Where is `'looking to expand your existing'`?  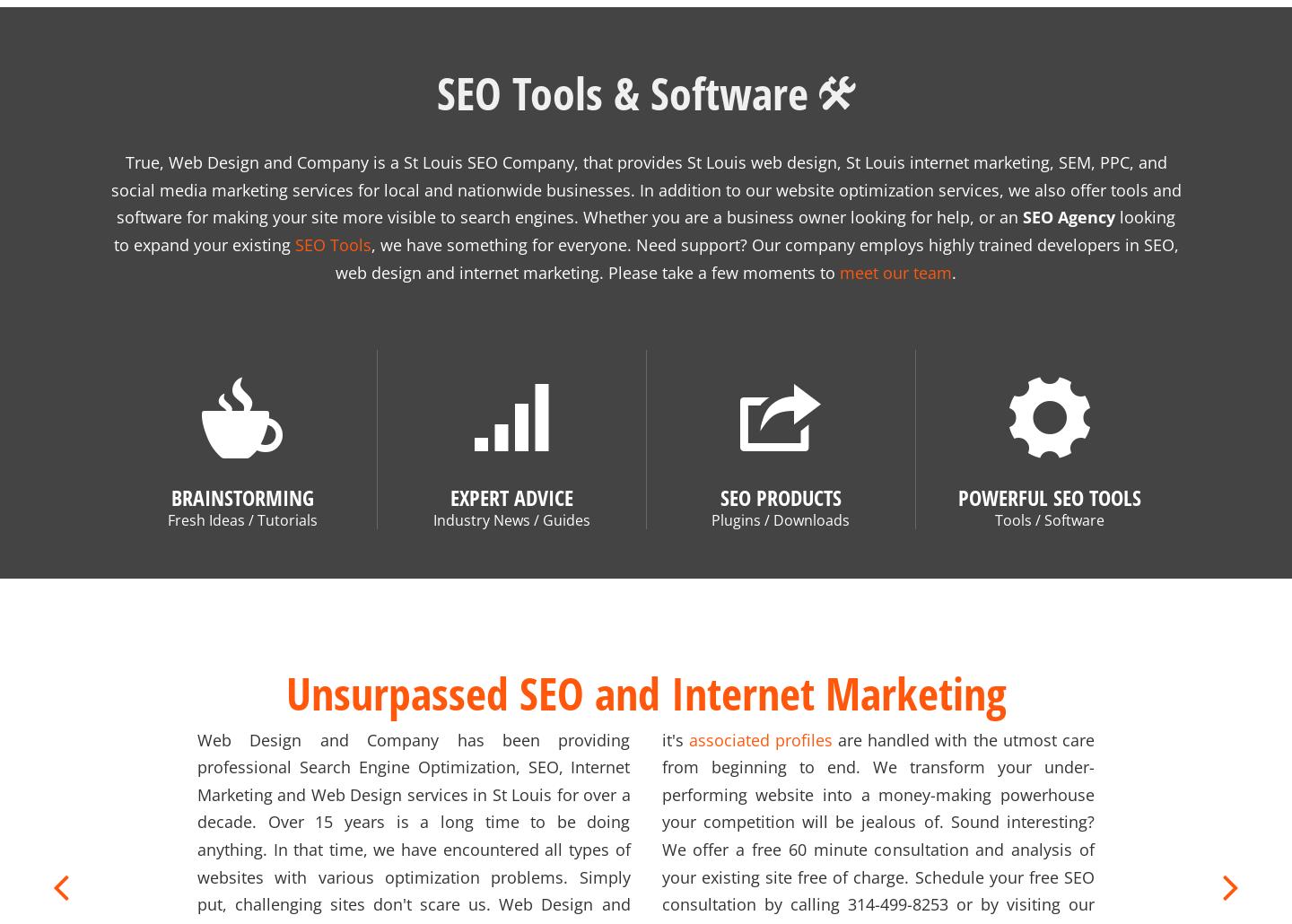 'looking to expand your existing' is located at coordinates (643, 208).